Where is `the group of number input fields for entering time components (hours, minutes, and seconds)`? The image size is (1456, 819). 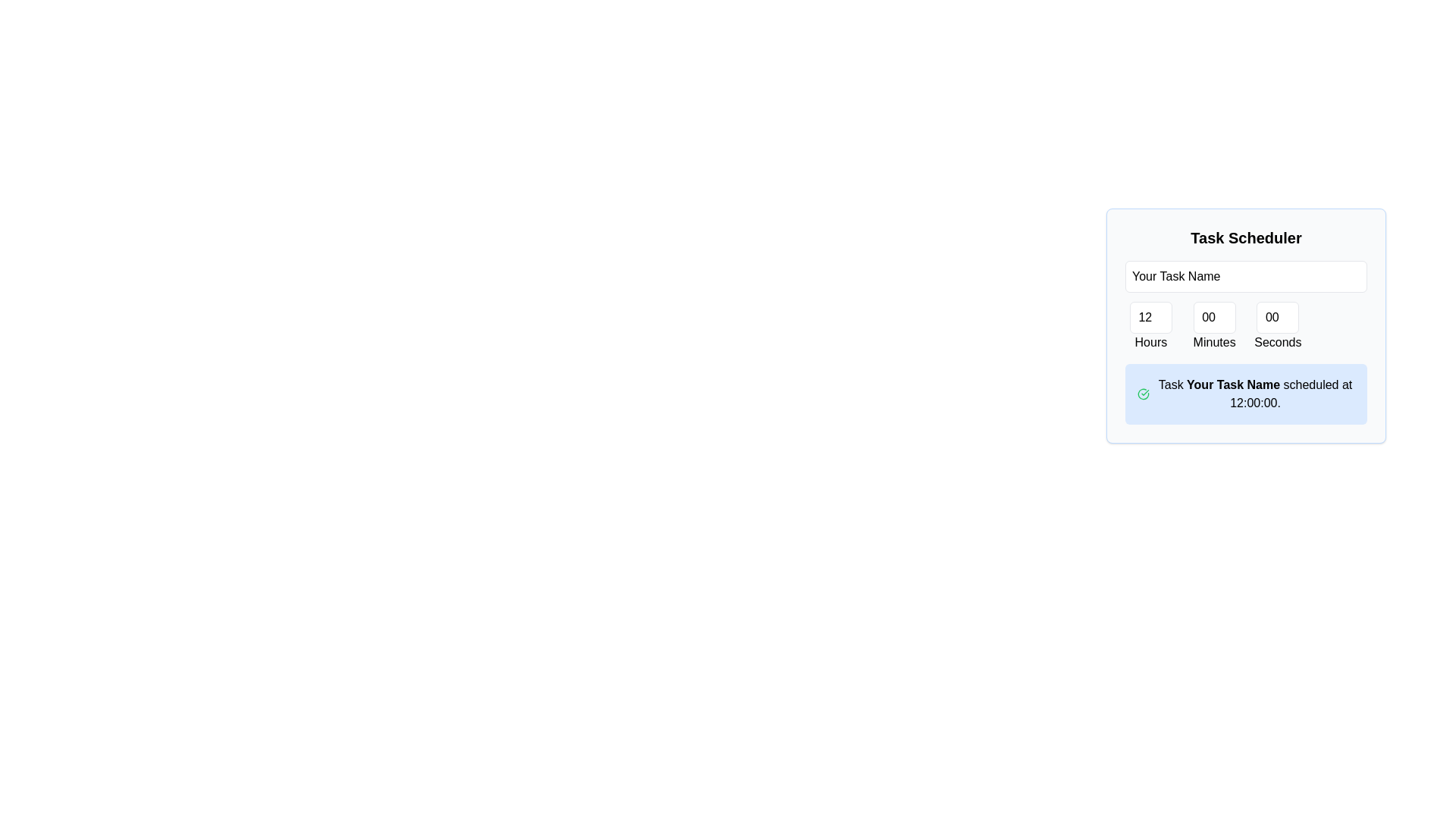
the group of number input fields for entering time components (hours, minutes, and seconds) is located at coordinates (1246, 326).